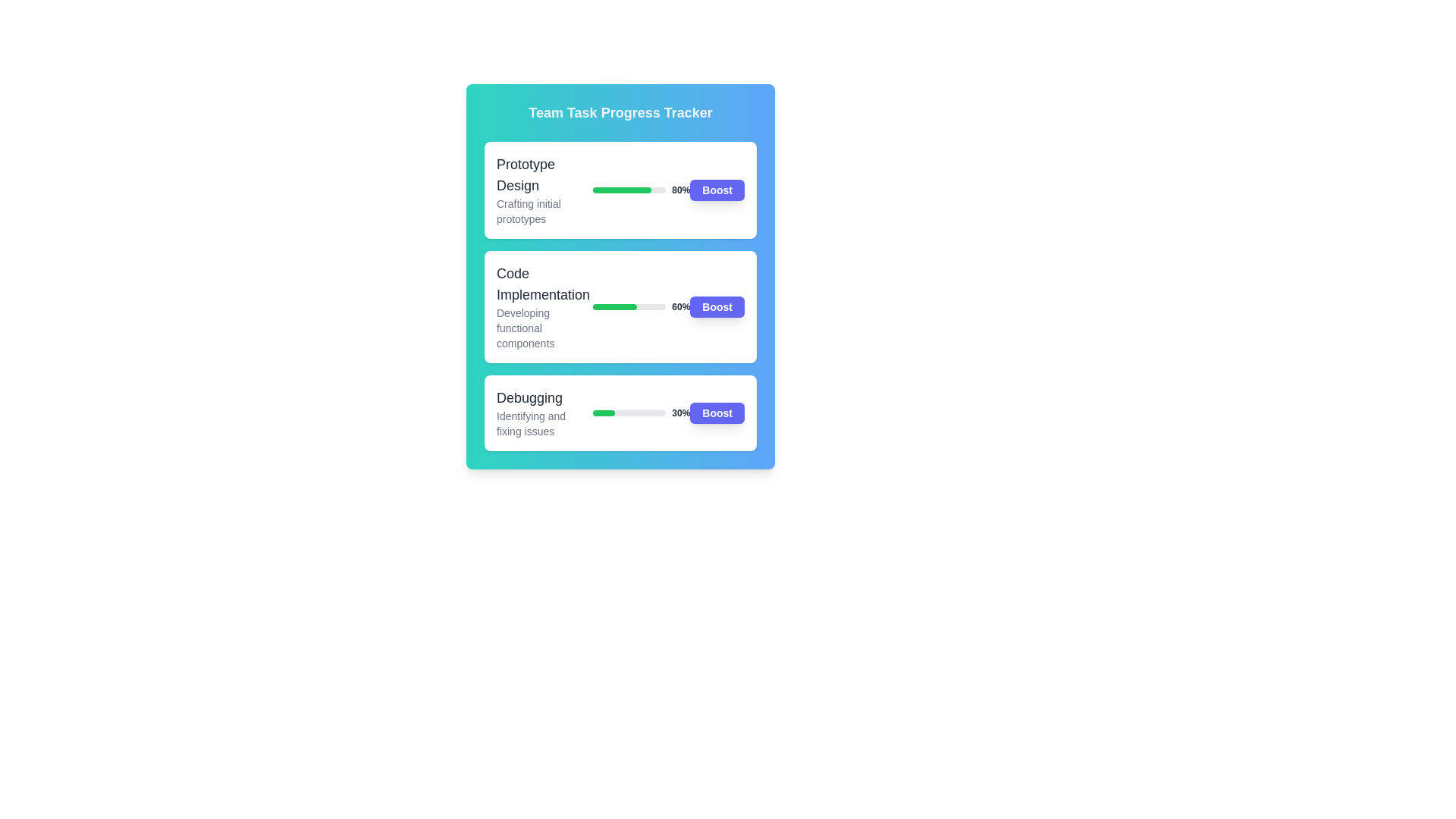 The image size is (1456, 819). I want to click on the percentage text '30%' displayed next to the progress bar, which indicates the current progress in the bottom-most card of the interface, so click(642, 413).